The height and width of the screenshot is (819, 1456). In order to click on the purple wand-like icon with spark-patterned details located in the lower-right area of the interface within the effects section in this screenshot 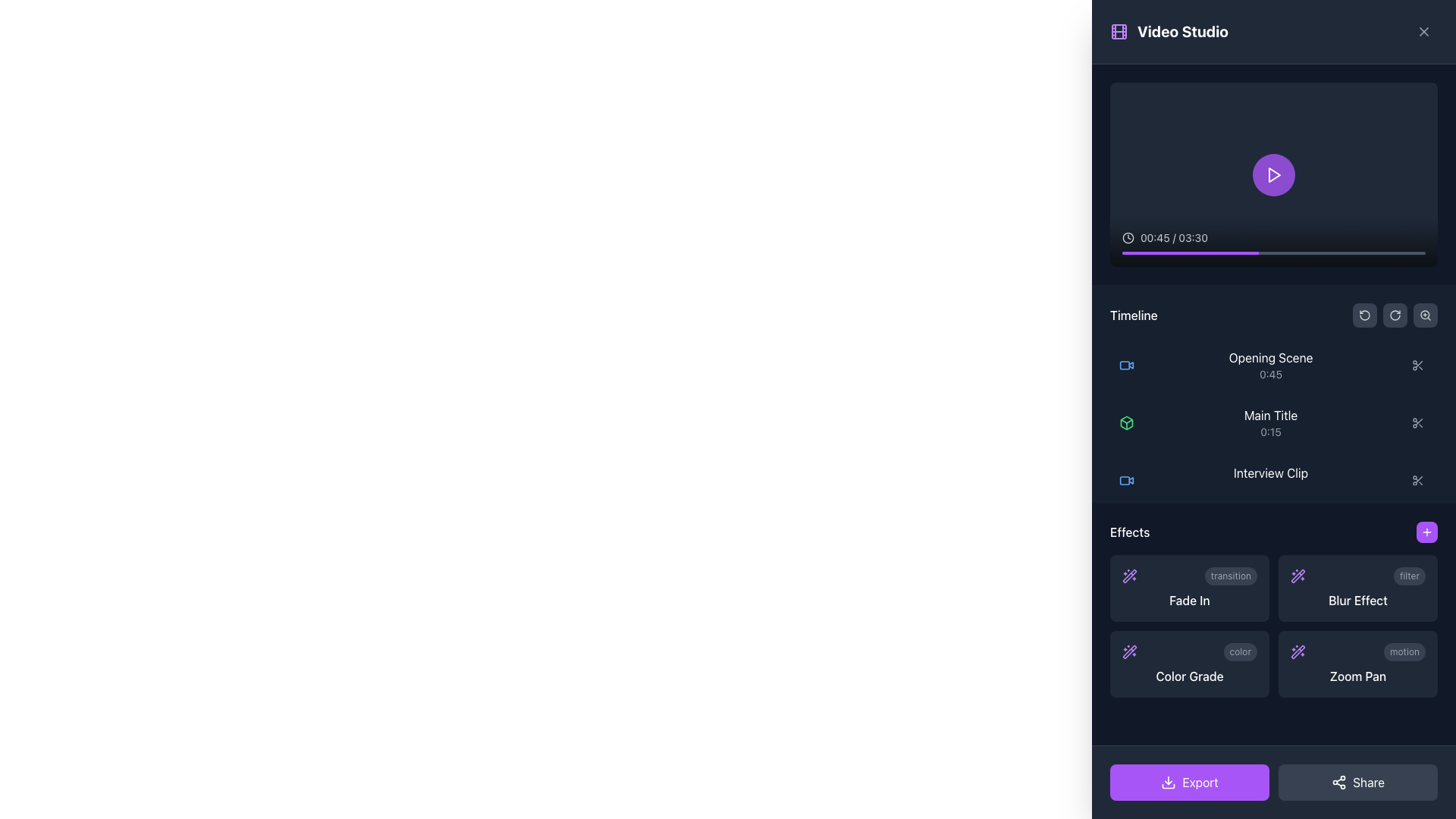, I will do `click(1129, 576)`.